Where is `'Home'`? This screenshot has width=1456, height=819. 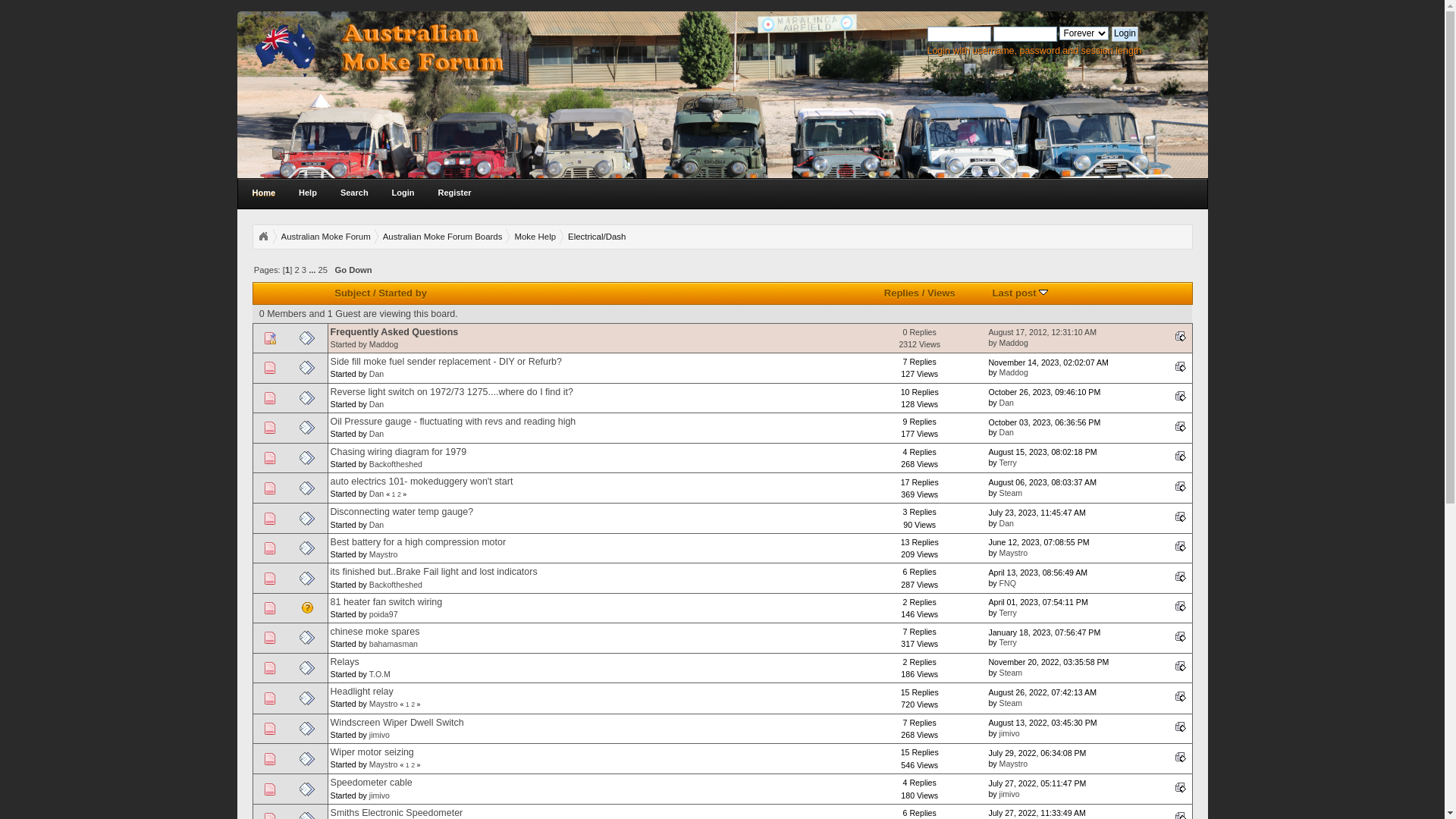 'Home' is located at coordinates (263, 192).